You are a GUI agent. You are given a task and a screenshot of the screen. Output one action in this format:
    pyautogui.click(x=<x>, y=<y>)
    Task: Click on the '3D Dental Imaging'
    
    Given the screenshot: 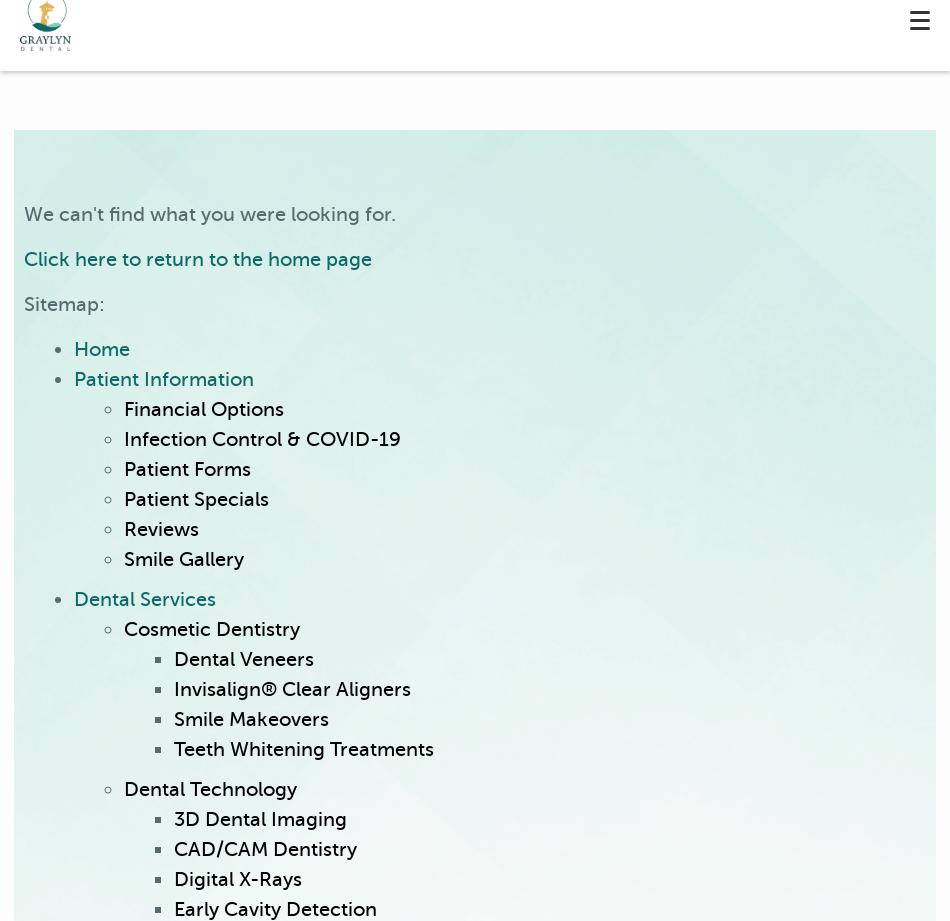 What is the action you would take?
    pyautogui.click(x=259, y=818)
    